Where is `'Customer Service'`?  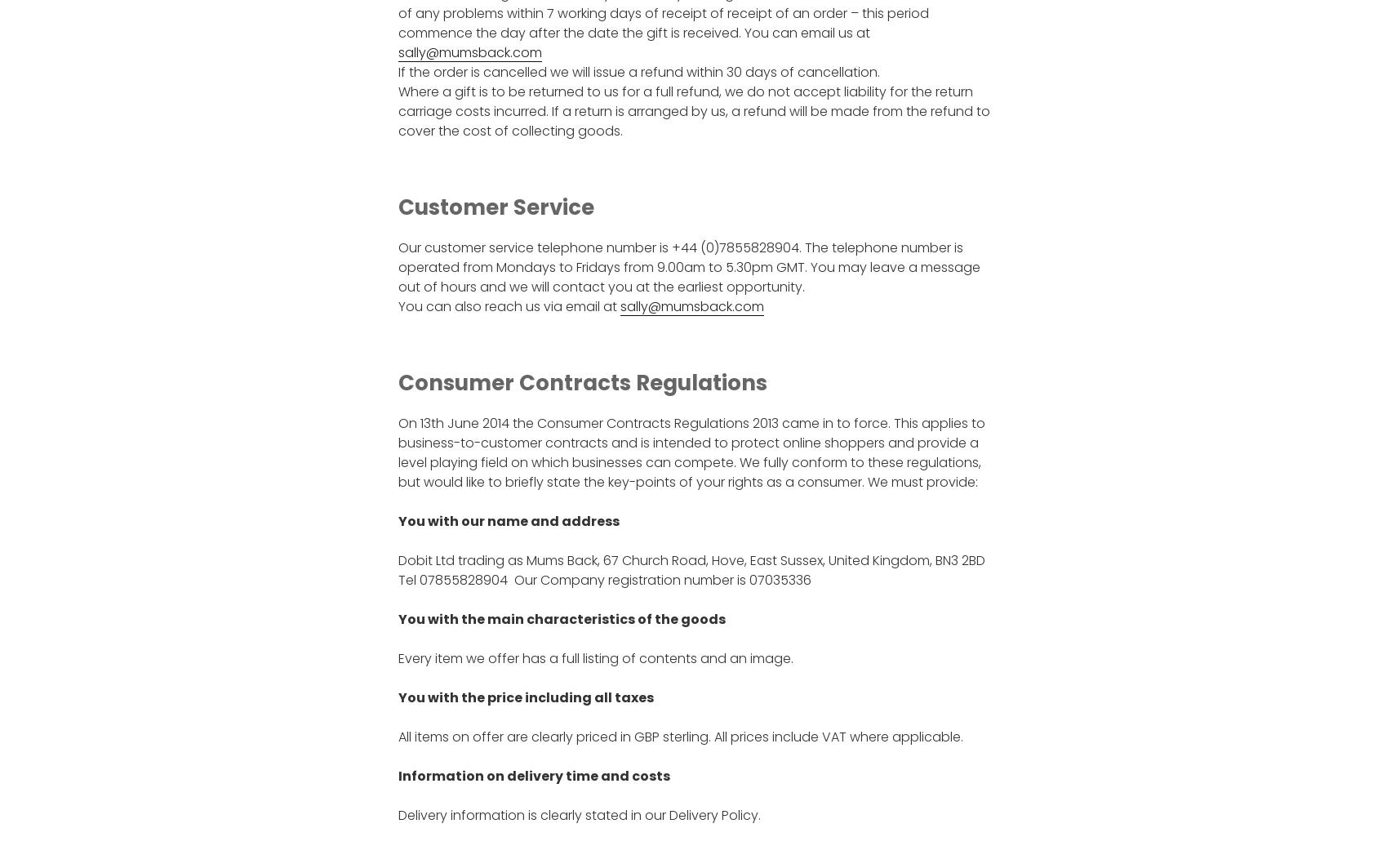 'Customer Service' is located at coordinates (494, 207).